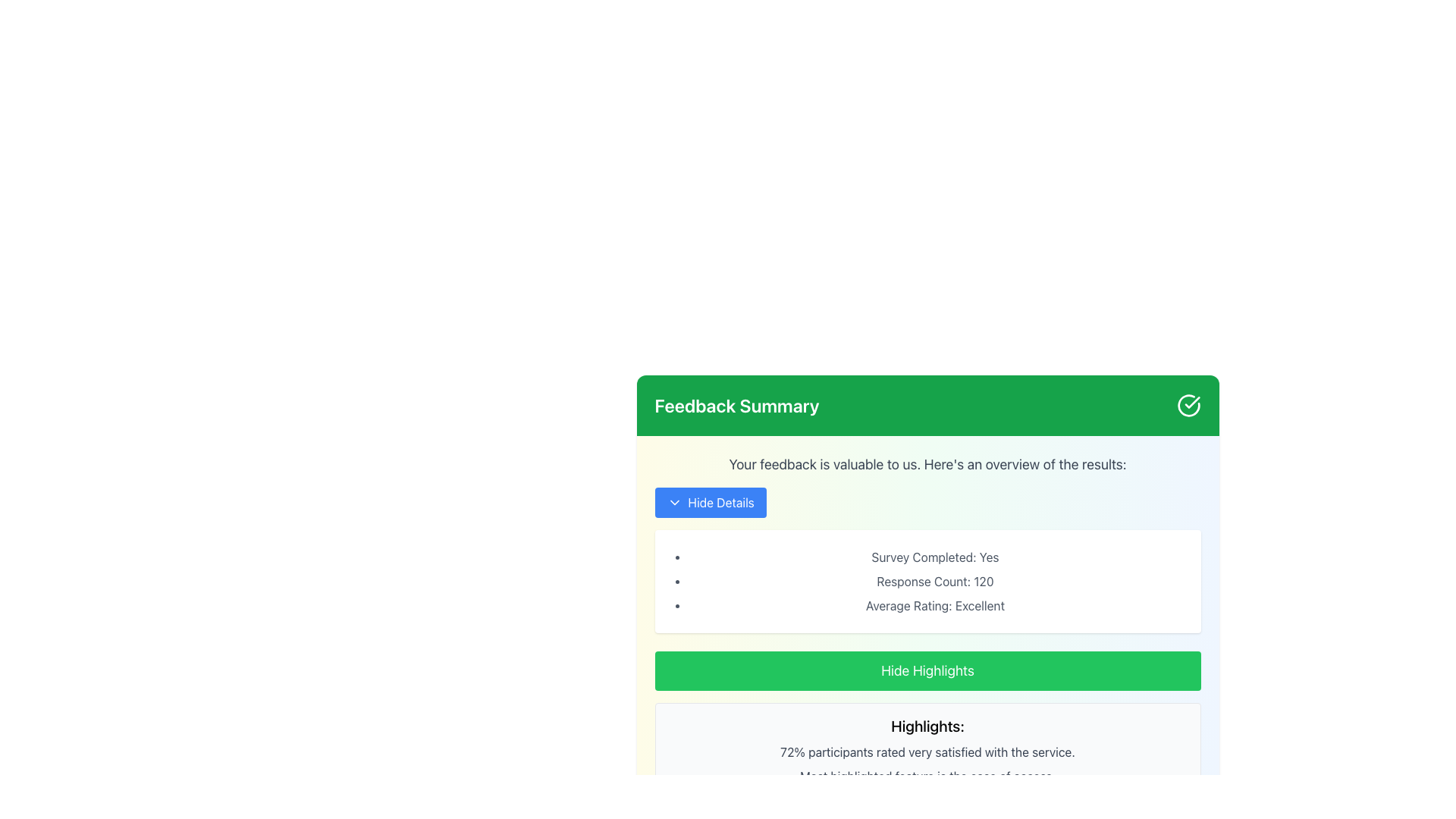  I want to click on the static text label that displays 'Survey Completed: Yes', which is the first item in a vertical list under the 'Hide Details' button, so click(934, 557).